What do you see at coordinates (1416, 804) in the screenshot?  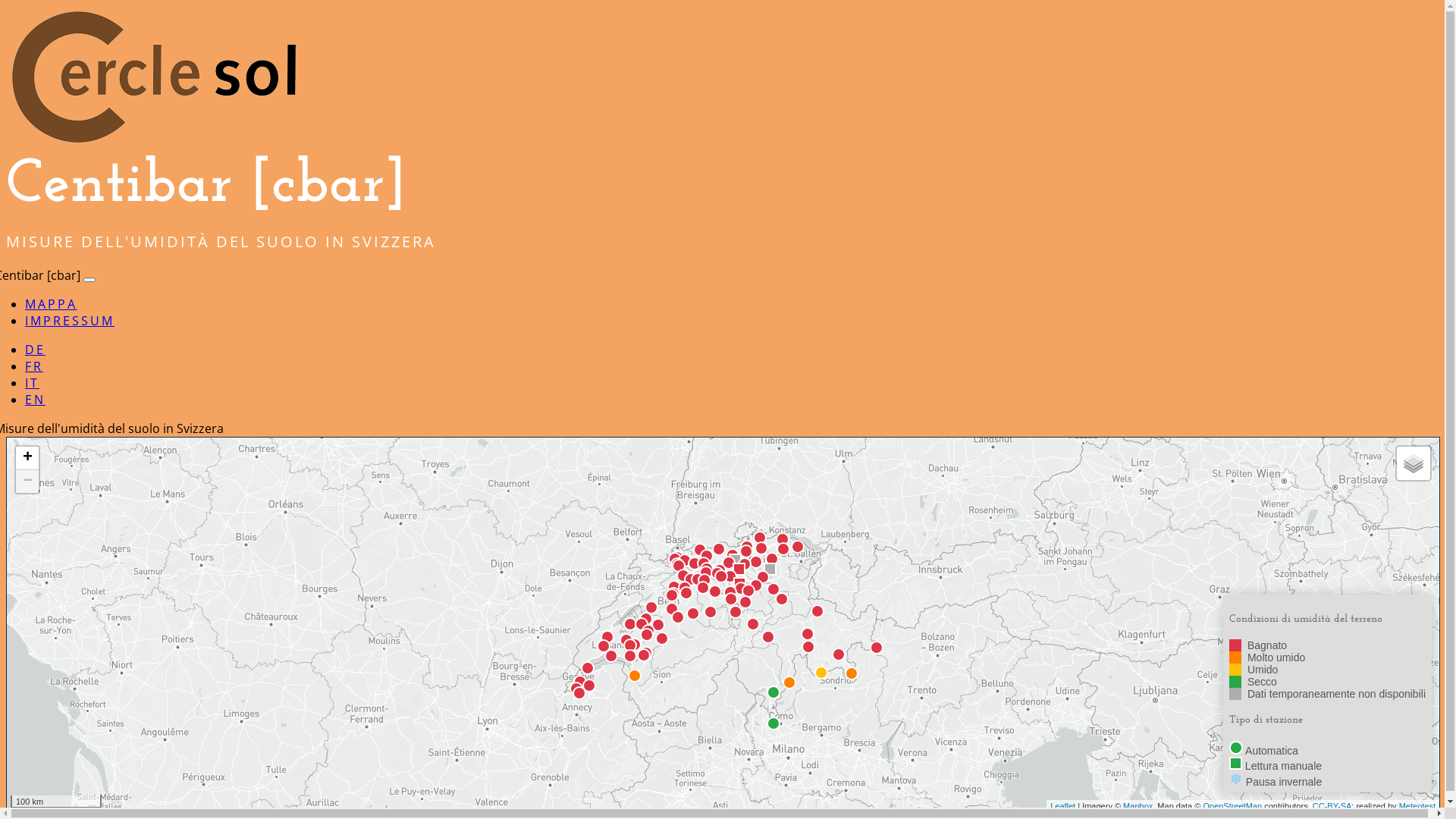 I see `'Meteotest'` at bounding box center [1416, 804].